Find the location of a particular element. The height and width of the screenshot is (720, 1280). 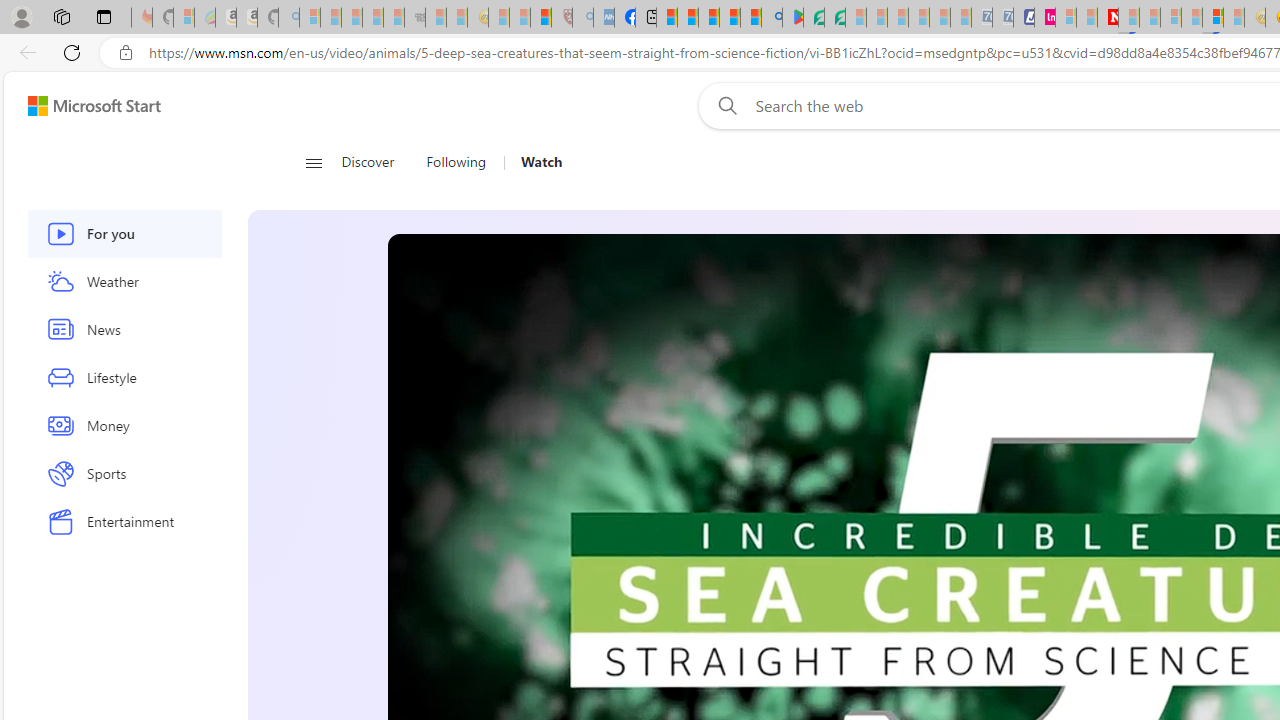

'Microsoft-Report a Concern to Bing - Sleeping' is located at coordinates (184, 17).